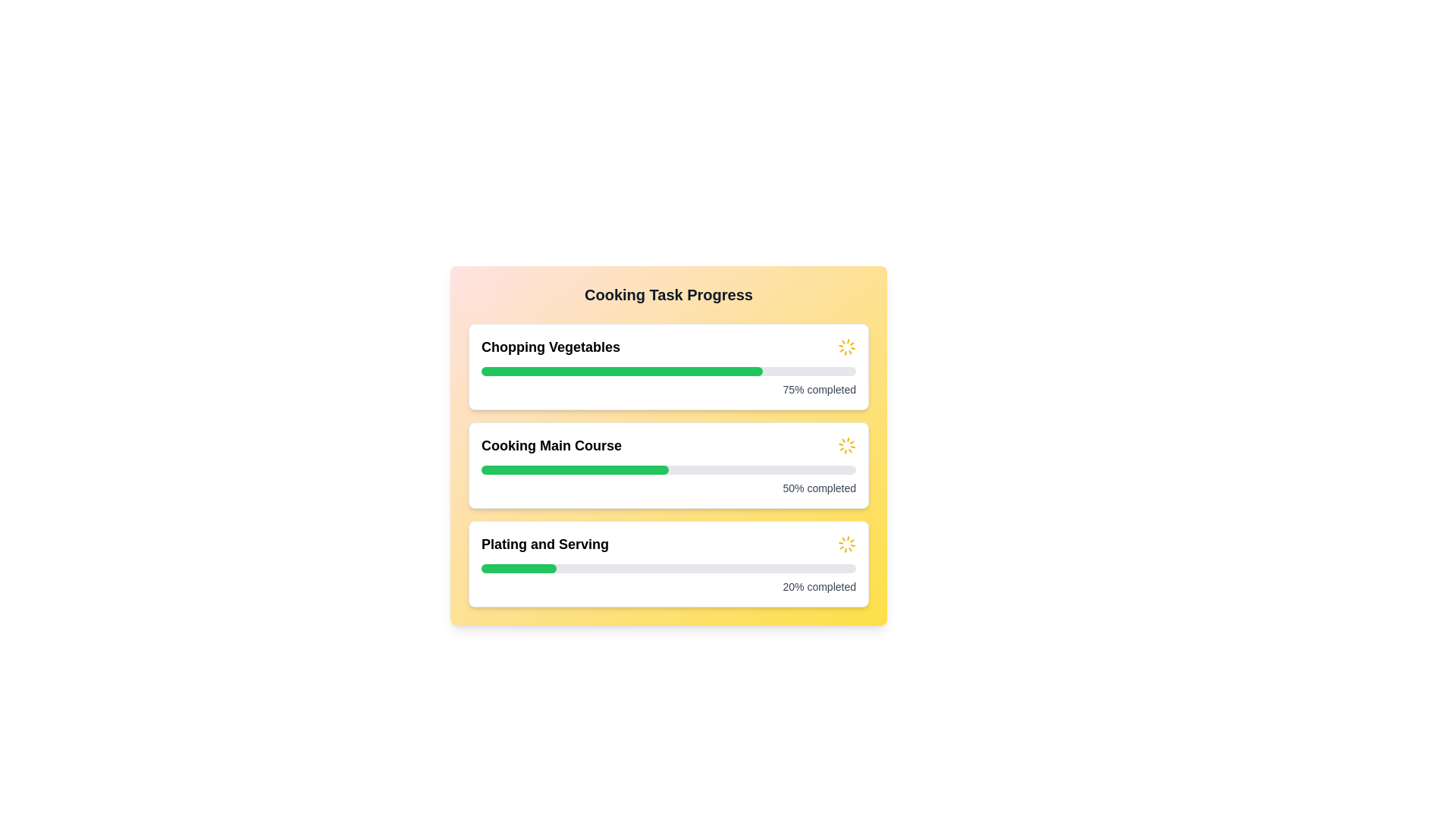 Image resolution: width=1456 pixels, height=819 pixels. Describe the element at coordinates (622, 371) in the screenshot. I see `the green progress bar indicating '75% completed' in the 'Chopping Vegetables' section` at that location.